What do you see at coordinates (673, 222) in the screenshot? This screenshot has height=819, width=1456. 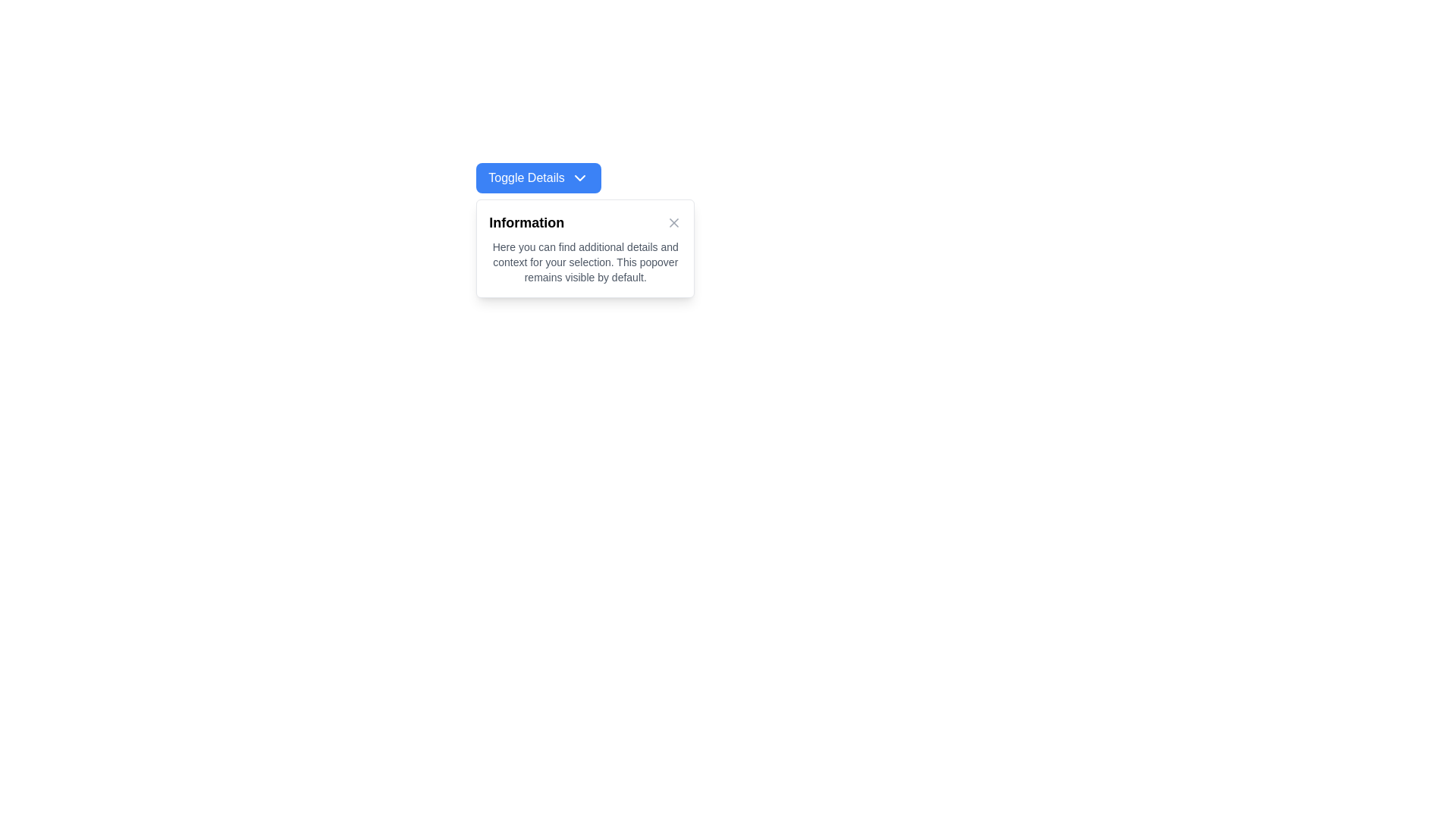 I see `the close button located at the top-right corner of the 'Information' box` at bounding box center [673, 222].